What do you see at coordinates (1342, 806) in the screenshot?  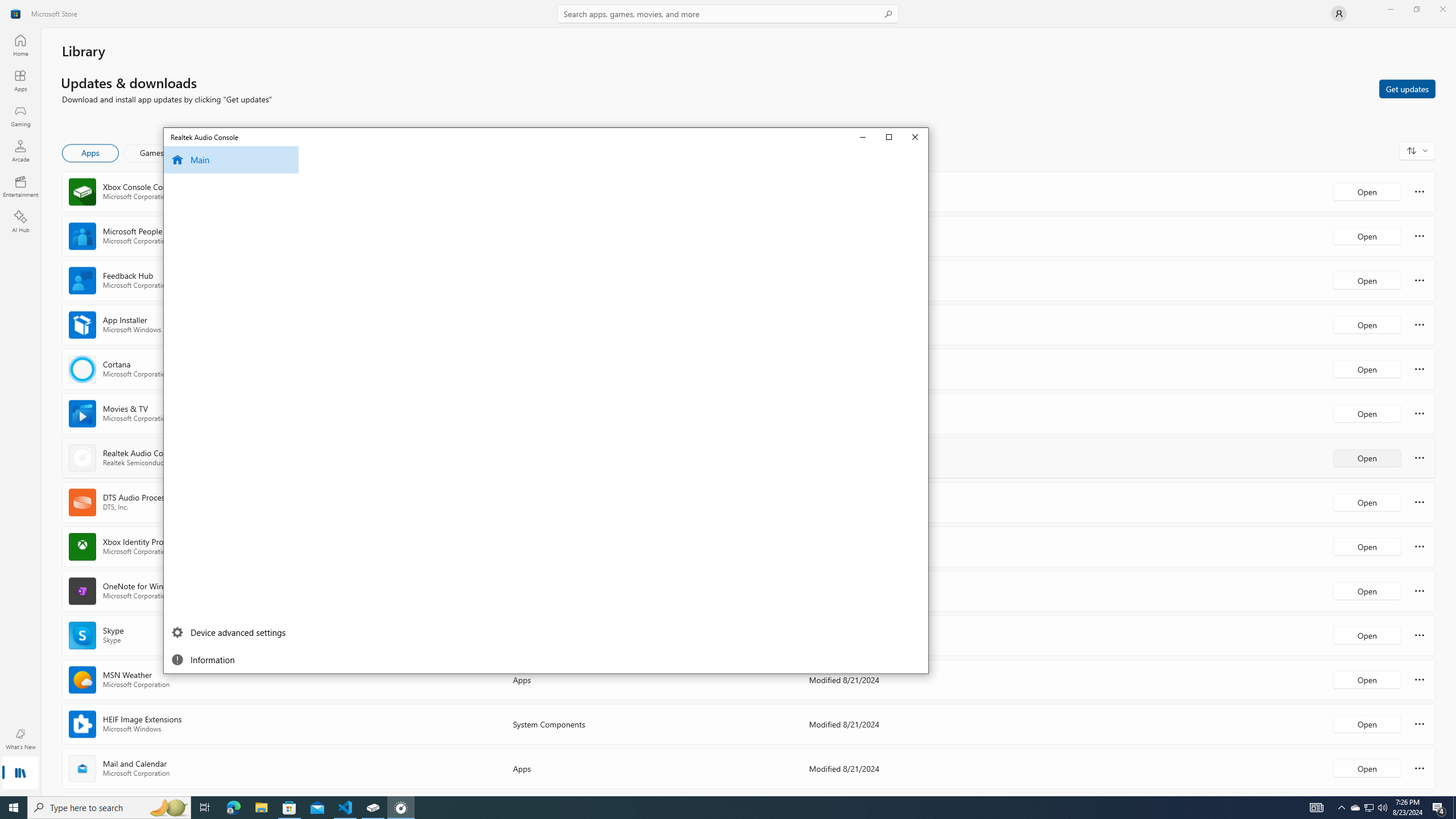 I see `'Notification Chevron'` at bounding box center [1342, 806].